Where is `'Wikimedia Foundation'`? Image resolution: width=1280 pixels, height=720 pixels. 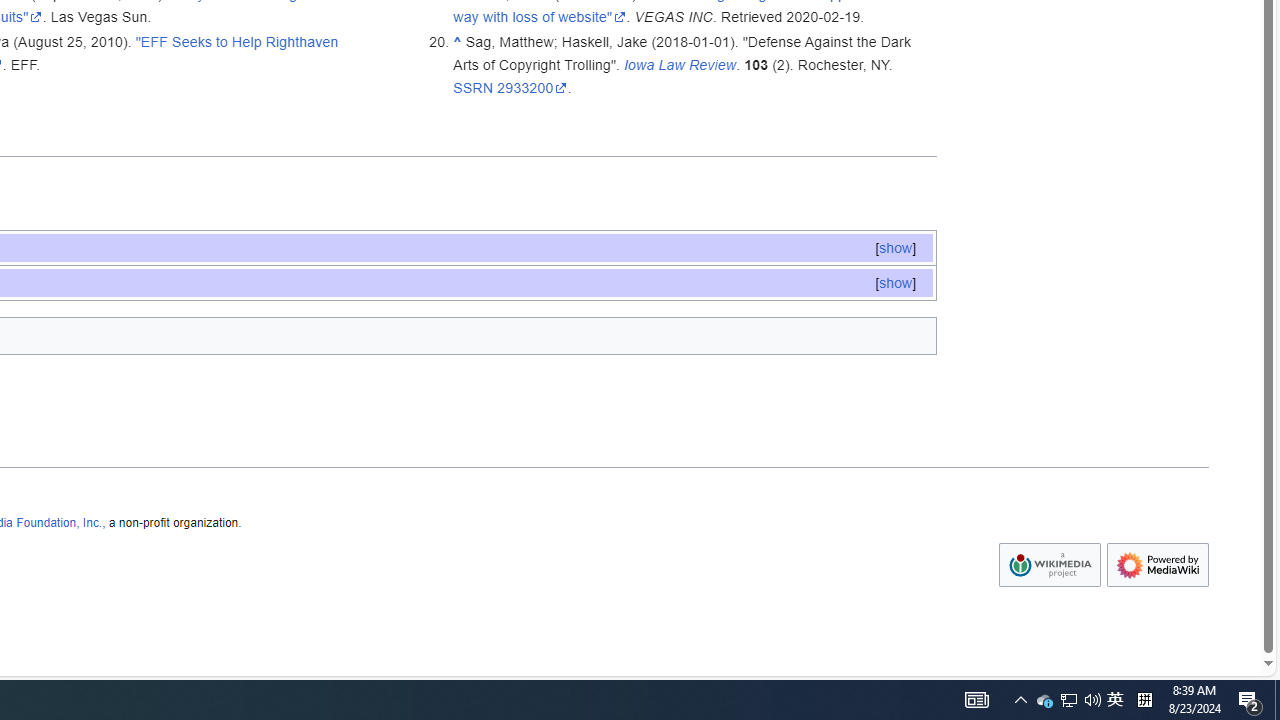
'Wikimedia Foundation' is located at coordinates (1049, 565).